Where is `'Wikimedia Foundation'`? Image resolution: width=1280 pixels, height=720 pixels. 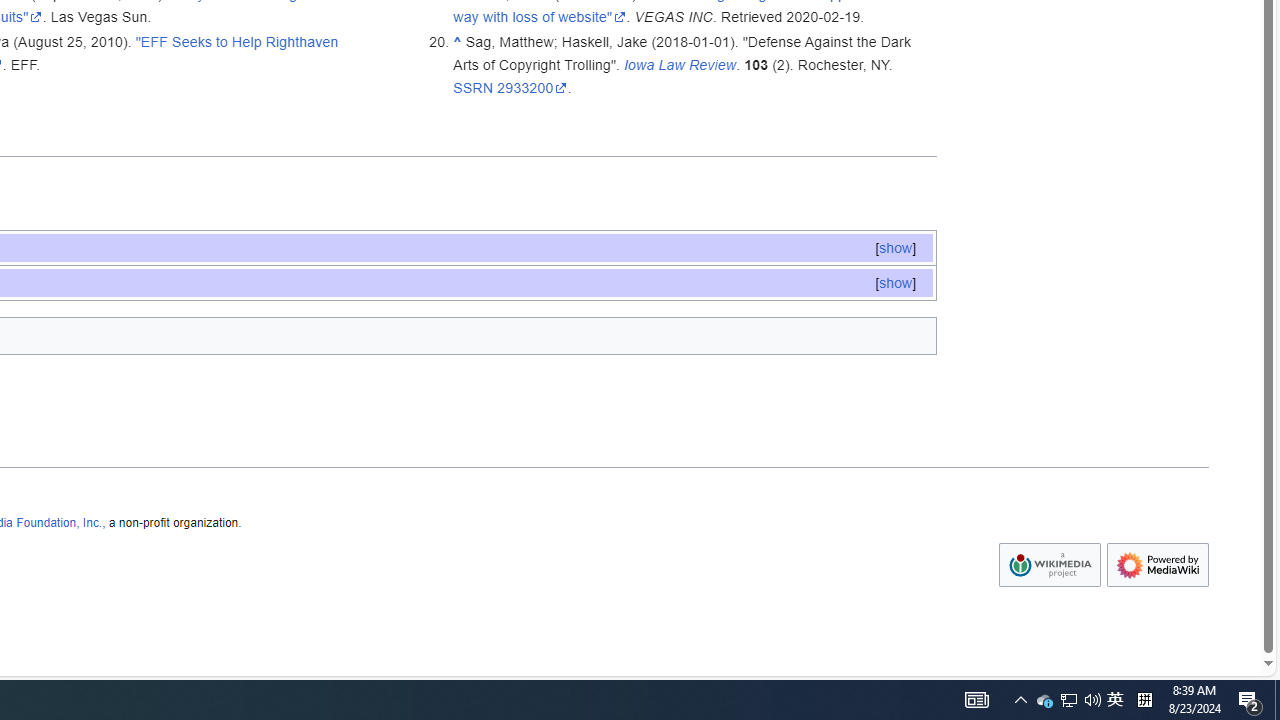
'Wikimedia Foundation' is located at coordinates (1049, 565).